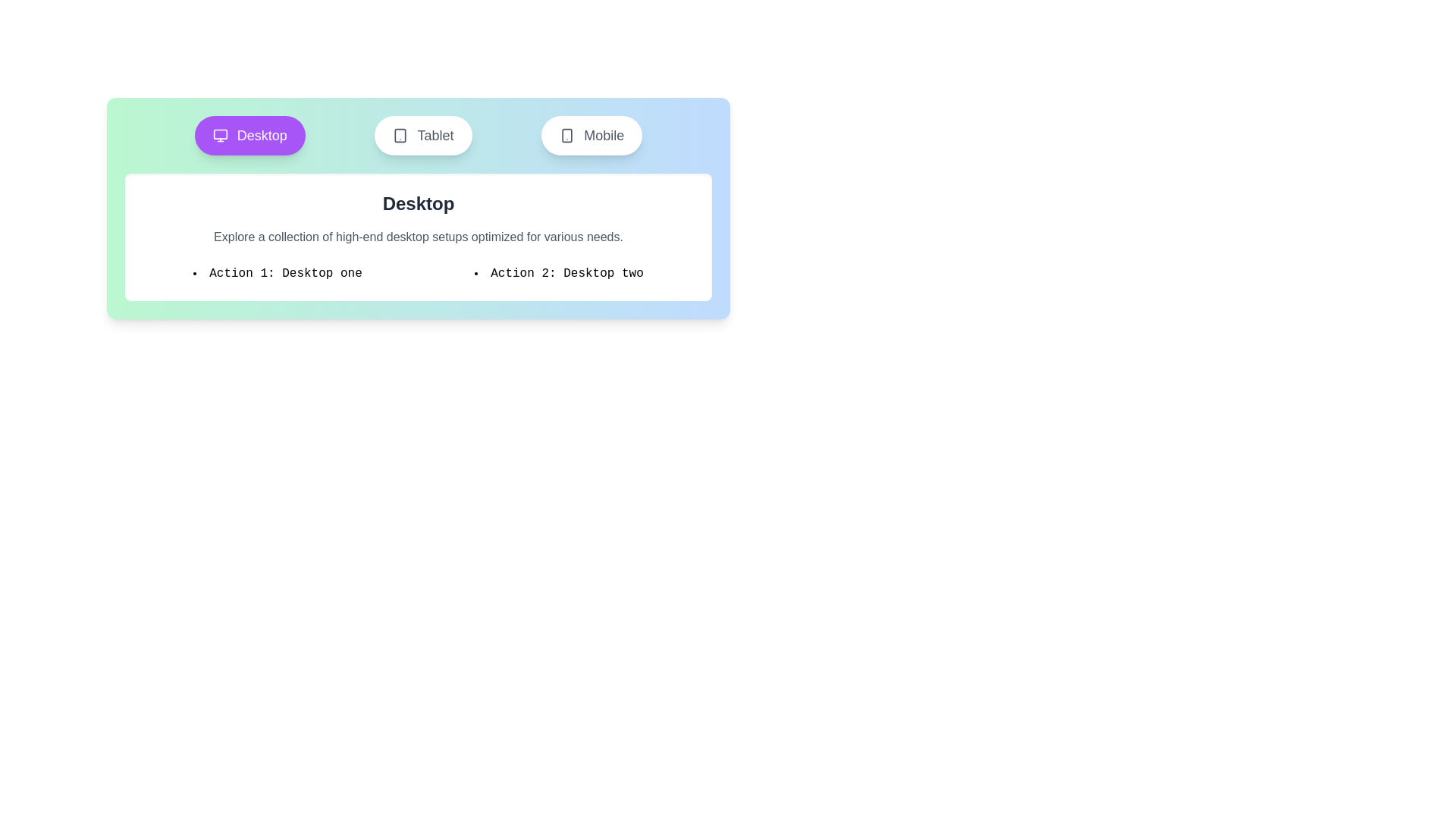 The image size is (1456, 819). I want to click on the Tablet tab by clicking on its button, so click(423, 134).